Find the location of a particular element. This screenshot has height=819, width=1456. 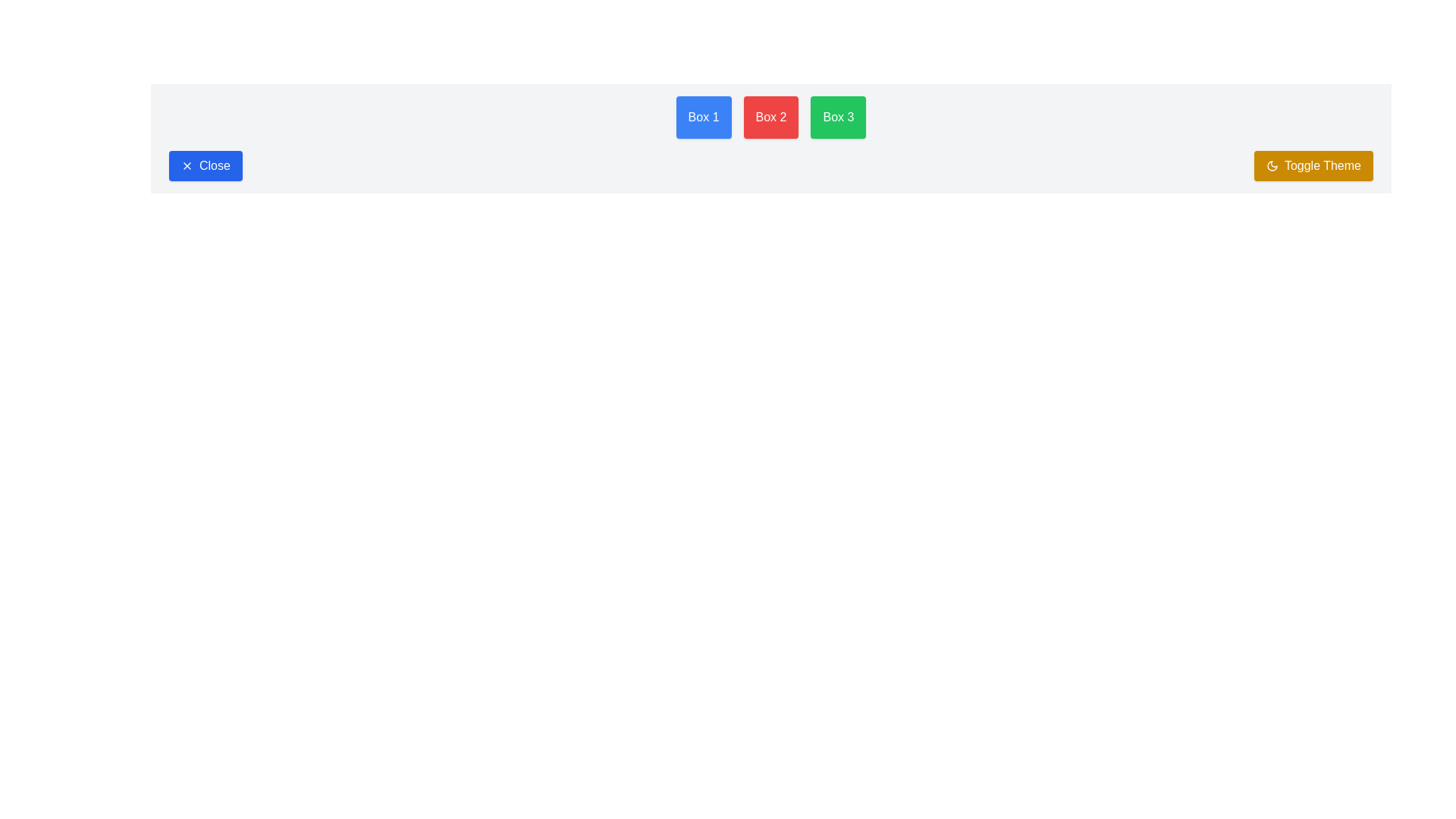

the blue 'Close' button with white text and an 'x' icon is located at coordinates (205, 166).